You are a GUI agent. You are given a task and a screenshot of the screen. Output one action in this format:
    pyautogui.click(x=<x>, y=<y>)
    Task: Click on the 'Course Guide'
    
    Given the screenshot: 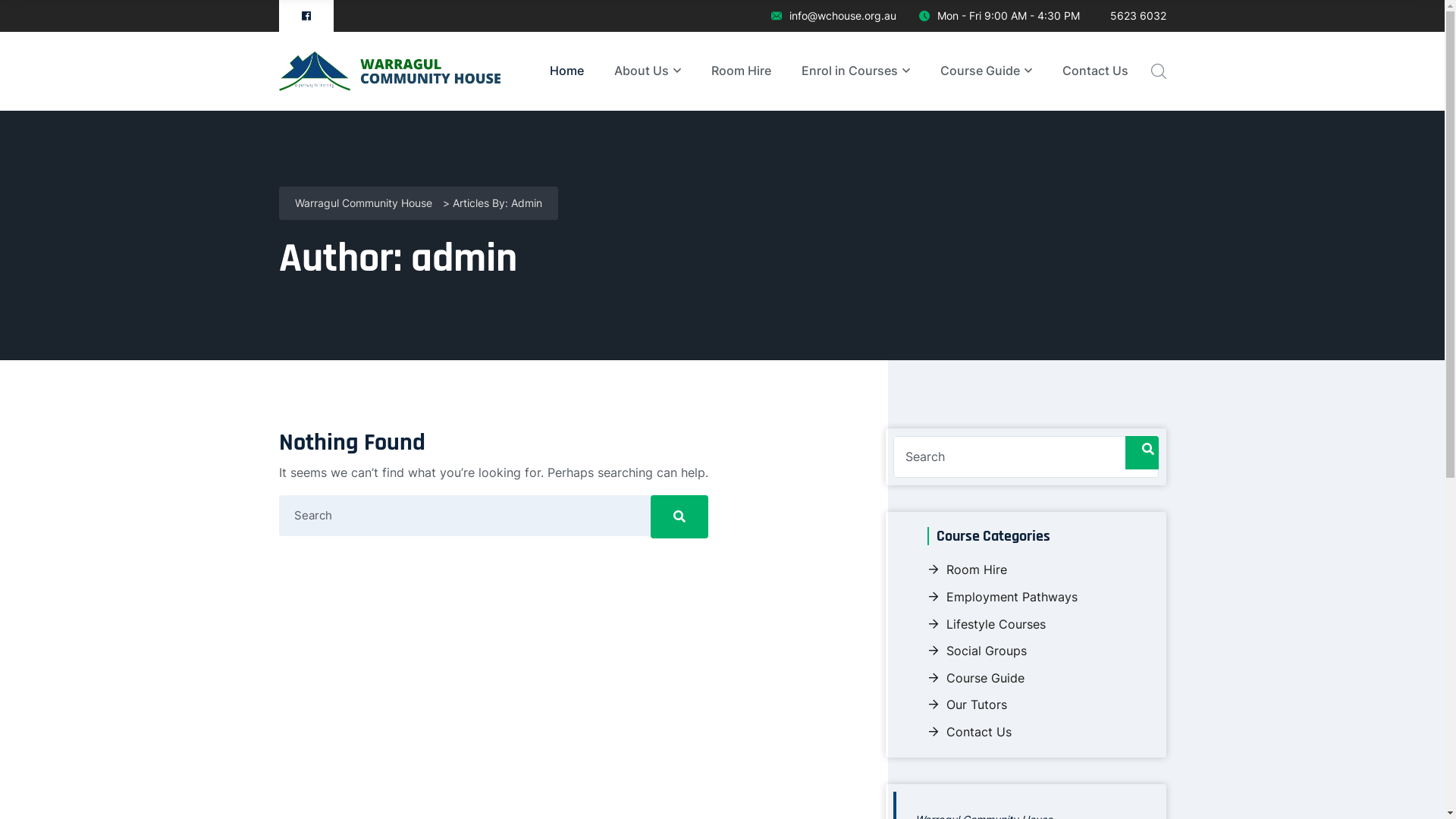 What is the action you would take?
    pyautogui.click(x=975, y=677)
    